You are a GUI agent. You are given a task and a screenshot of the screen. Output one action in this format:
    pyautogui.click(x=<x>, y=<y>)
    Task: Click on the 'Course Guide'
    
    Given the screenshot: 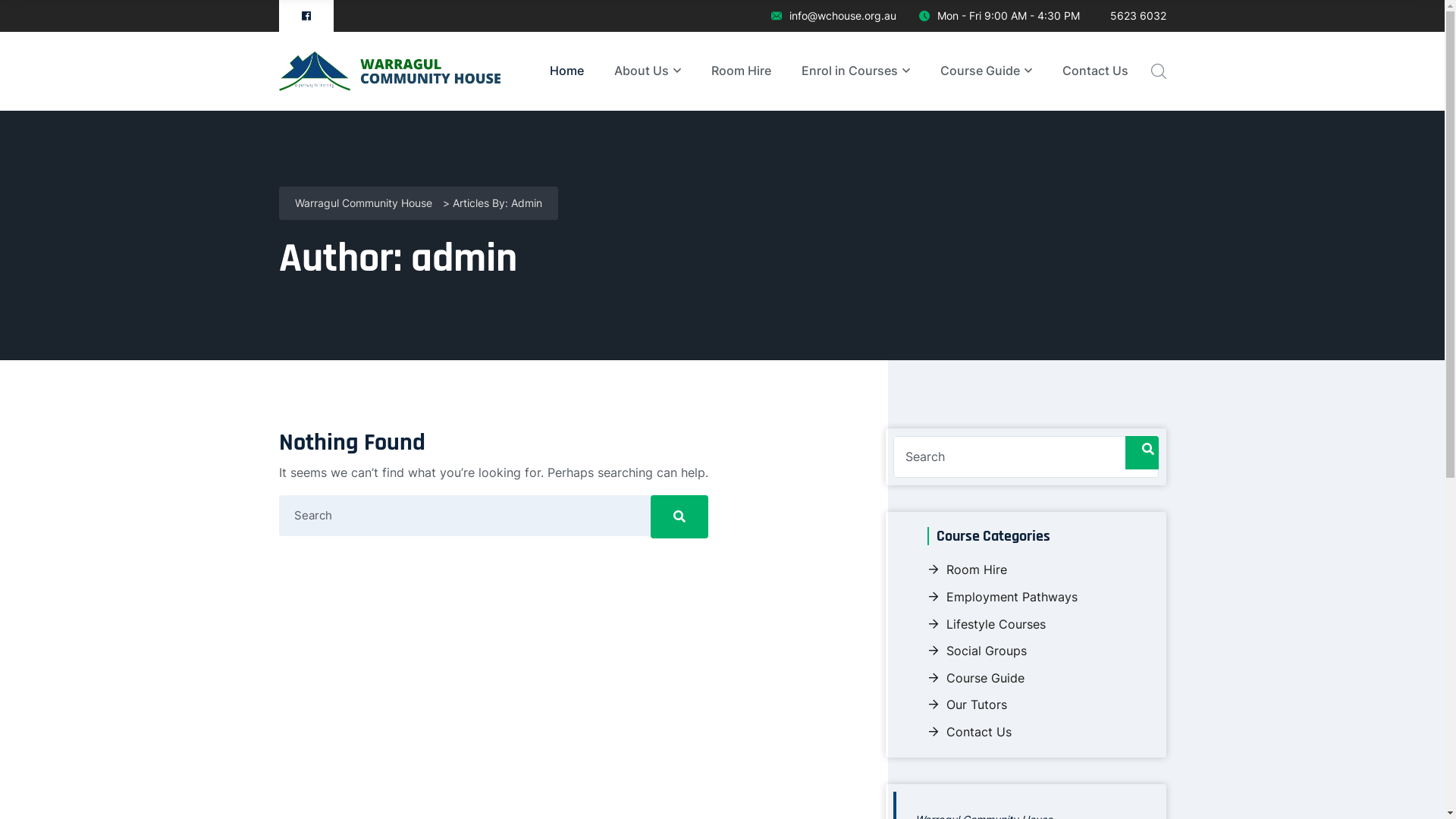 What is the action you would take?
    pyautogui.click(x=975, y=677)
    